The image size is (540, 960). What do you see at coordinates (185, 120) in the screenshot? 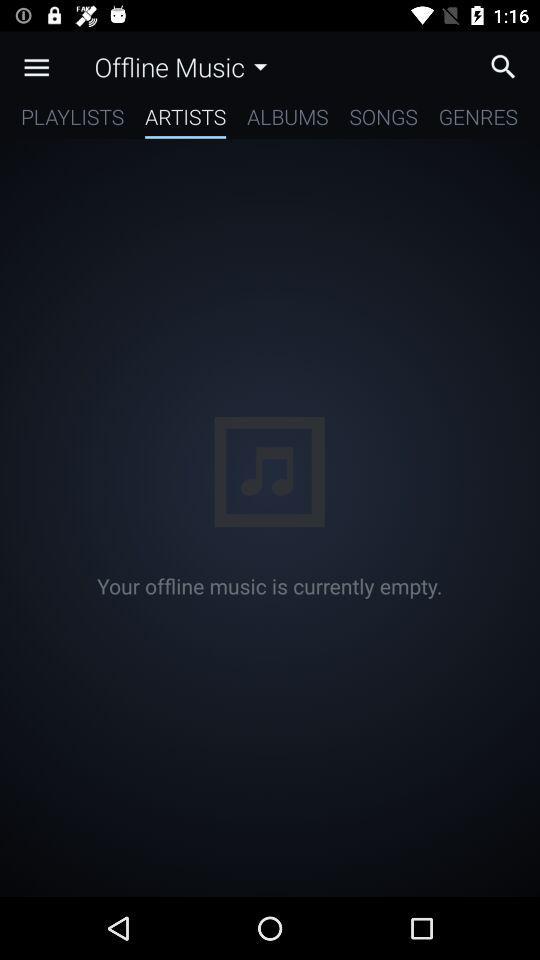
I see `the app next to the playlists icon` at bounding box center [185, 120].